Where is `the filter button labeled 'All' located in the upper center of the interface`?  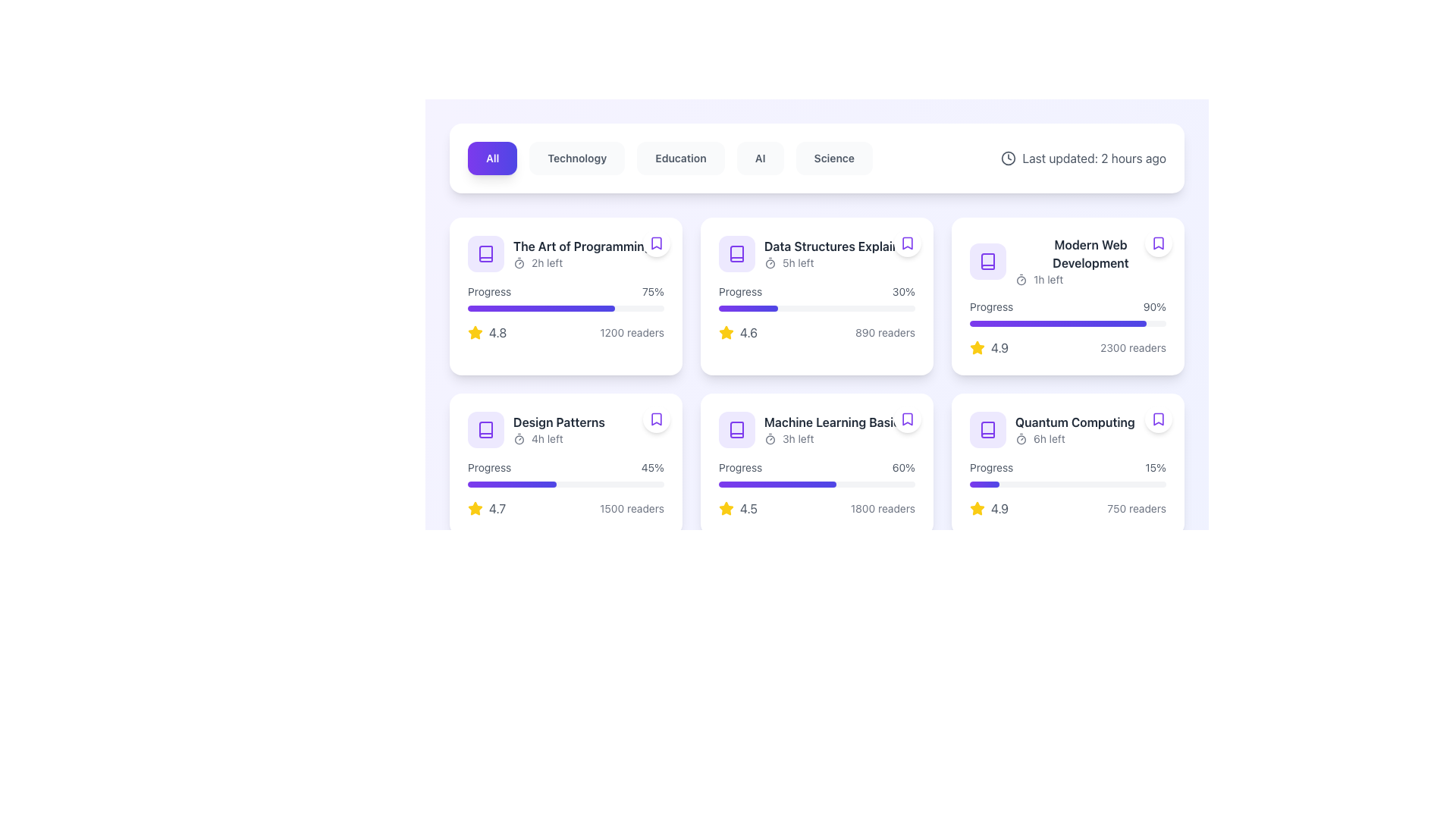 the filter button labeled 'All' located in the upper center of the interface is located at coordinates (492, 158).